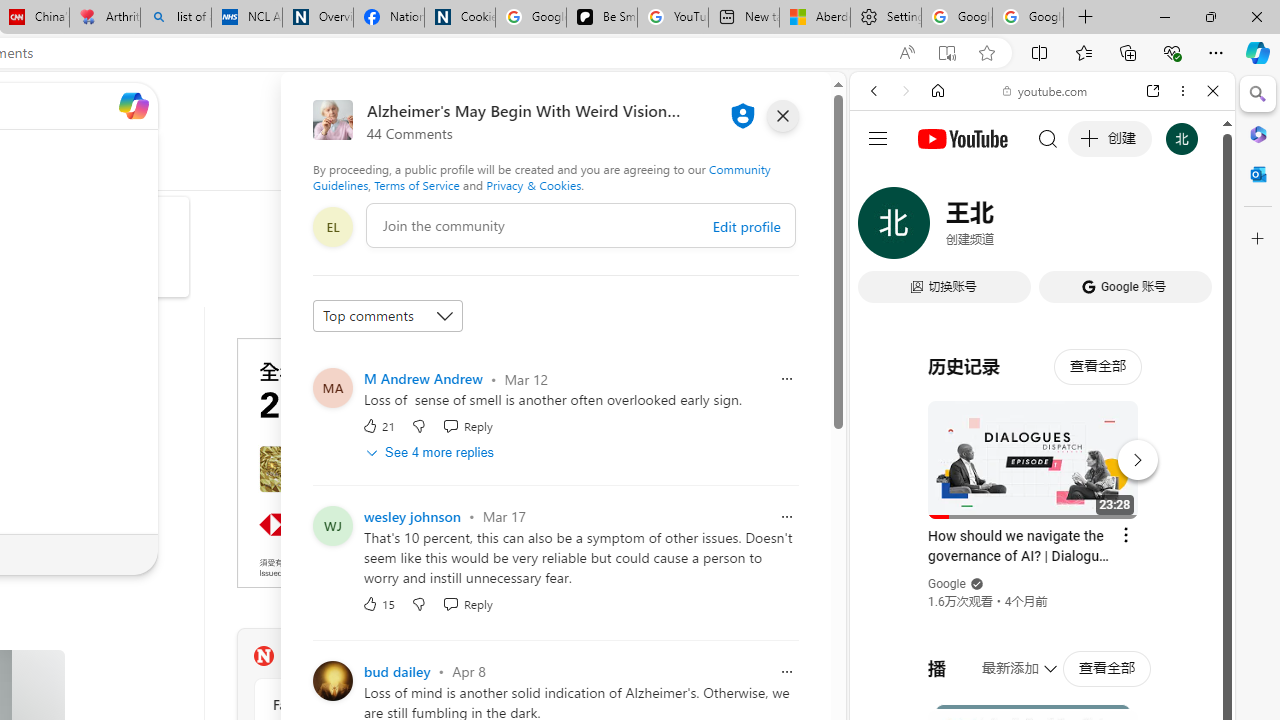 The width and height of the screenshot is (1280, 720). Describe the element at coordinates (905, 91) in the screenshot. I see `'Forward'` at that location.